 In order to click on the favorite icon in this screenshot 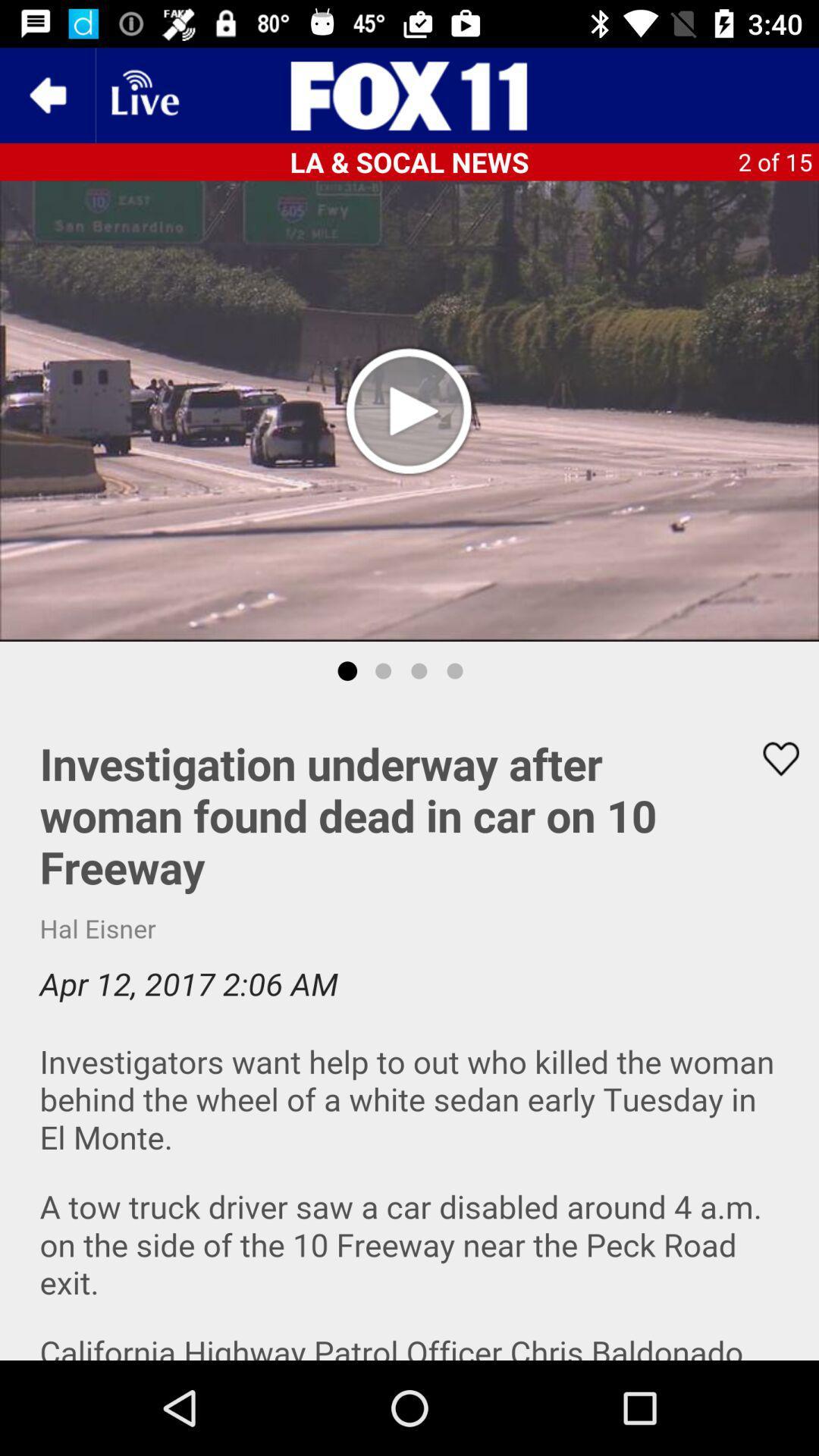, I will do `click(771, 758)`.